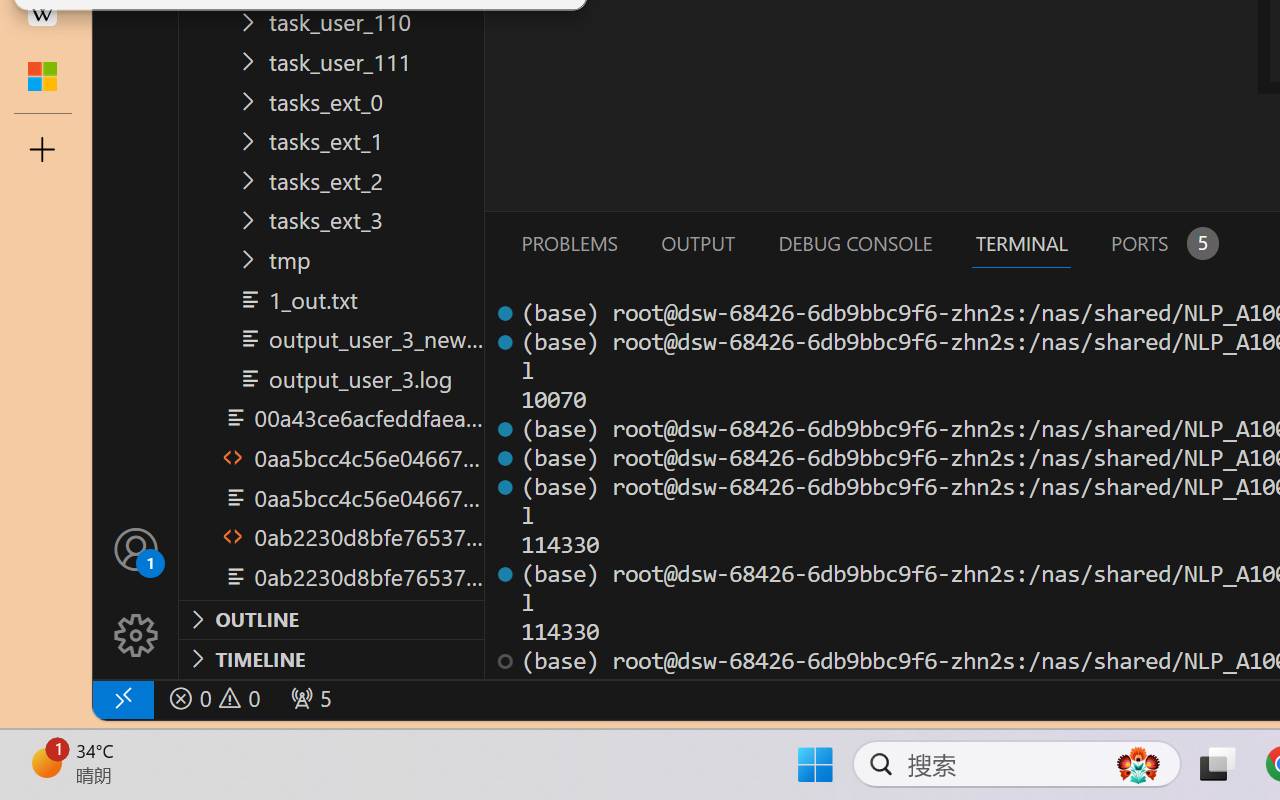  What do you see at coordinates (213, 698) in the screenshot?
I see `'No Problems'` at bounding box center [213, 698].